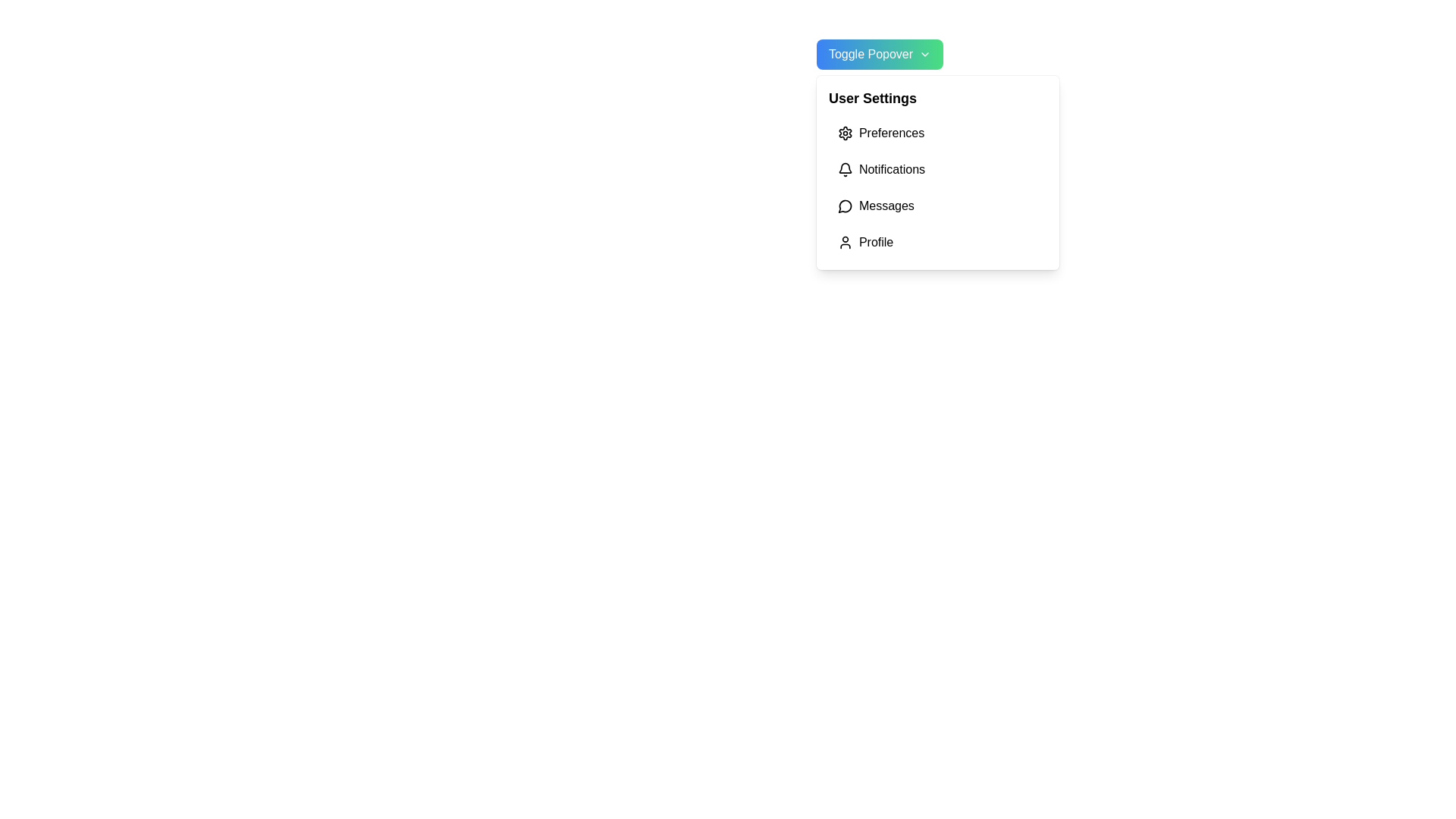 Image resolution: width=1456 pixels, height=819 pixels. I want to click on the fourth item in the 'User Settings' dropdown menu, which is a Text Button for accessing the user's profile settings, so click(876, 242).